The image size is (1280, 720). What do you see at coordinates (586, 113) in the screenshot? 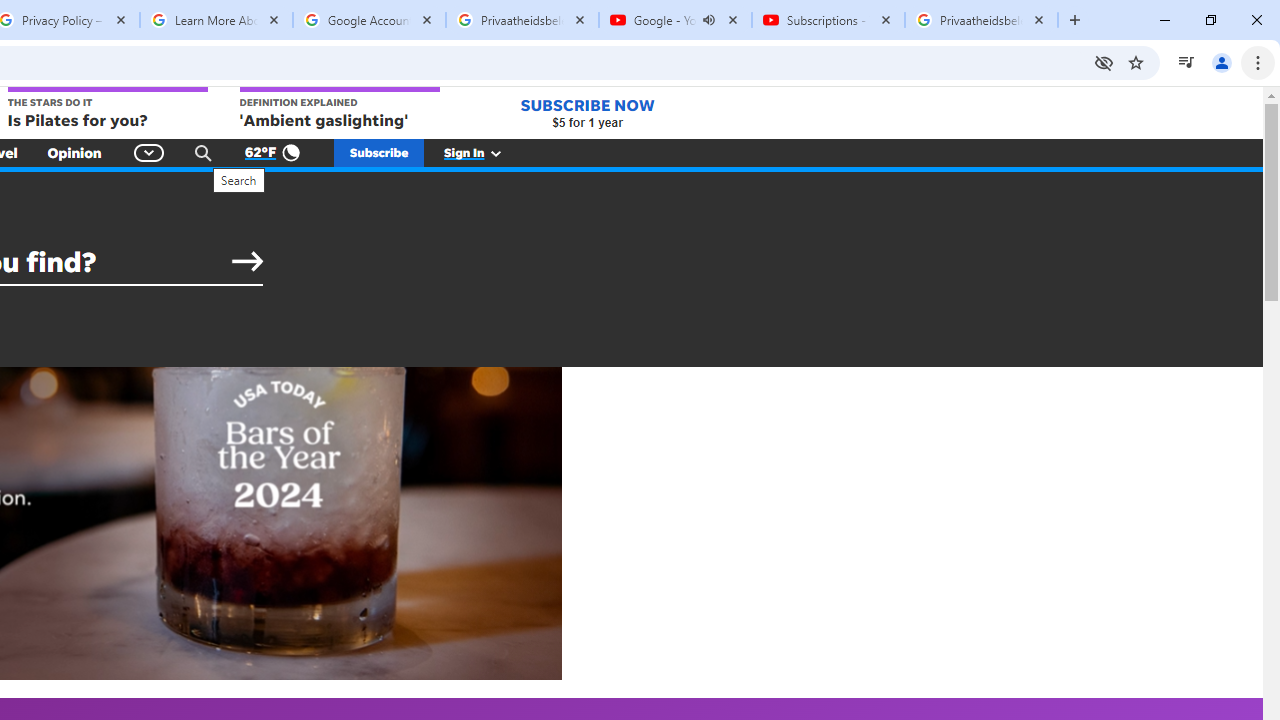
I see `'SUBSCRIBE NOW $5 for 1 year'` at bounding box center [586, 113].